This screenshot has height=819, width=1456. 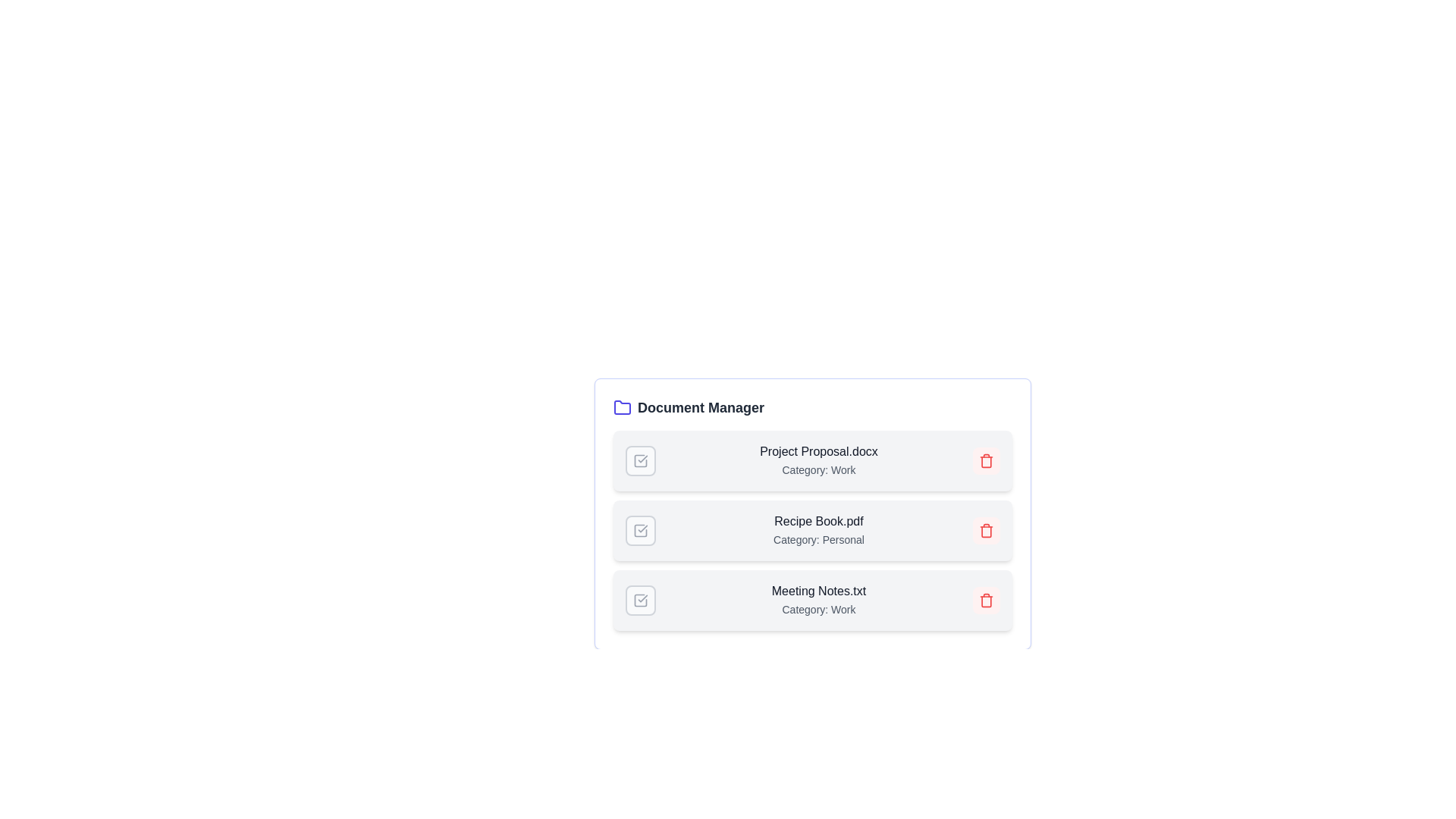 What do you see at coordinates (818, 460) in the screenshot?
I see `the text label displaying the file name 'Project Proposal.docx' under the 'Work' category in the Document Manager section` at bounding box center [818, 460].